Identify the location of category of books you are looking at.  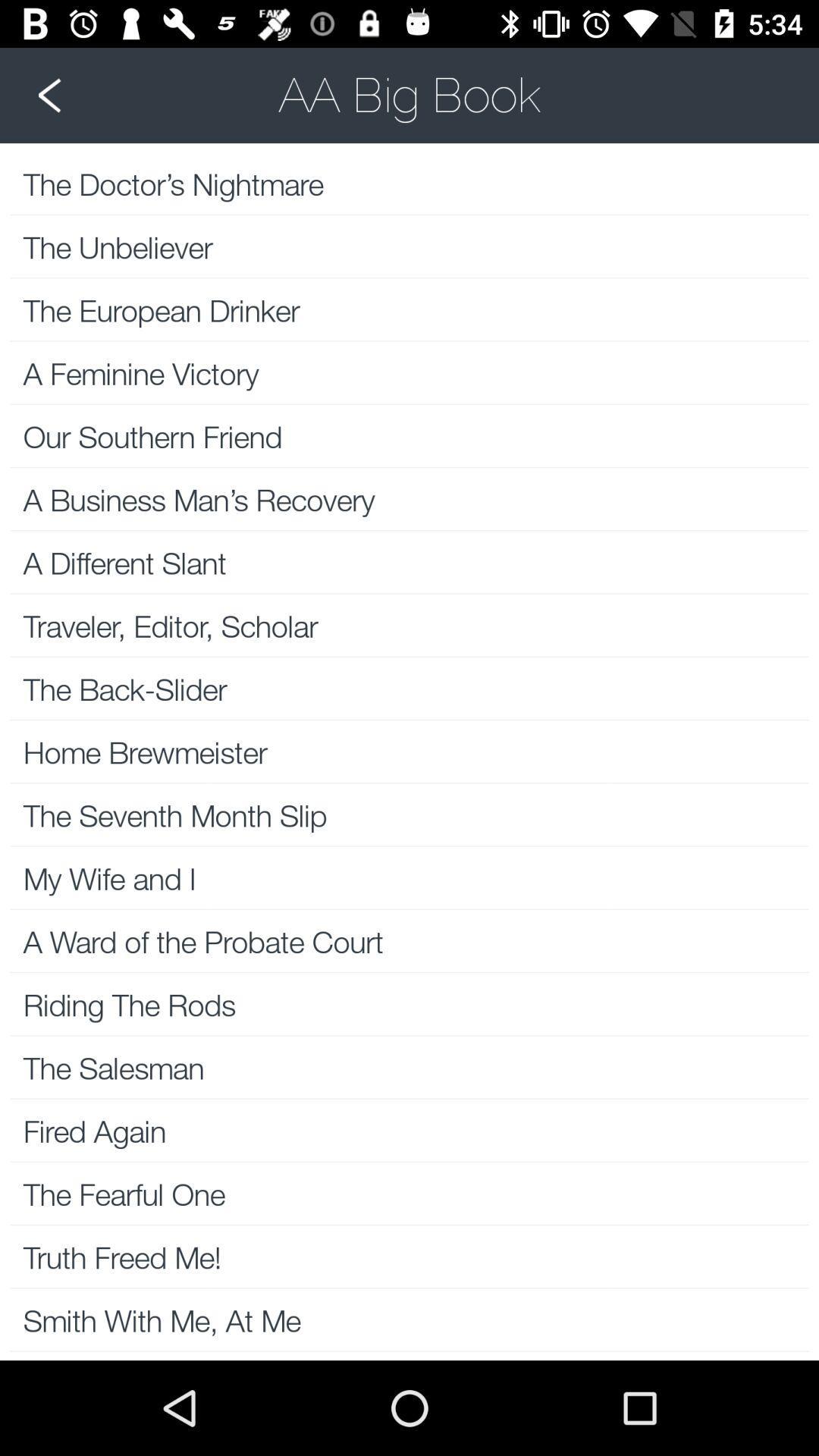
(409, 94).